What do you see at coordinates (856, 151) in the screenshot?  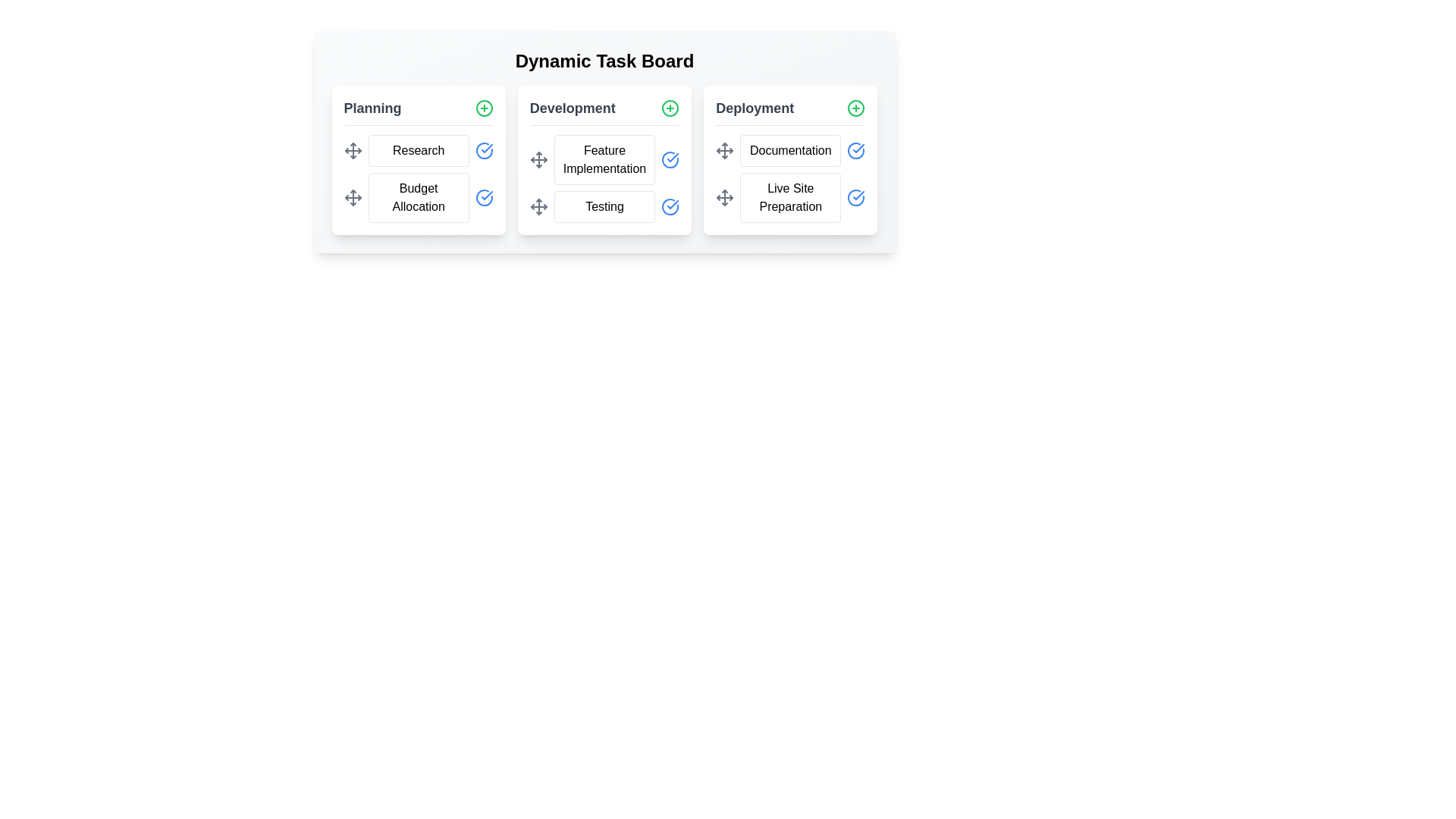 I see `'CheckCircle' icon next to the task 'Documentation' to mark it as complete` at bounding box center [856, 151].